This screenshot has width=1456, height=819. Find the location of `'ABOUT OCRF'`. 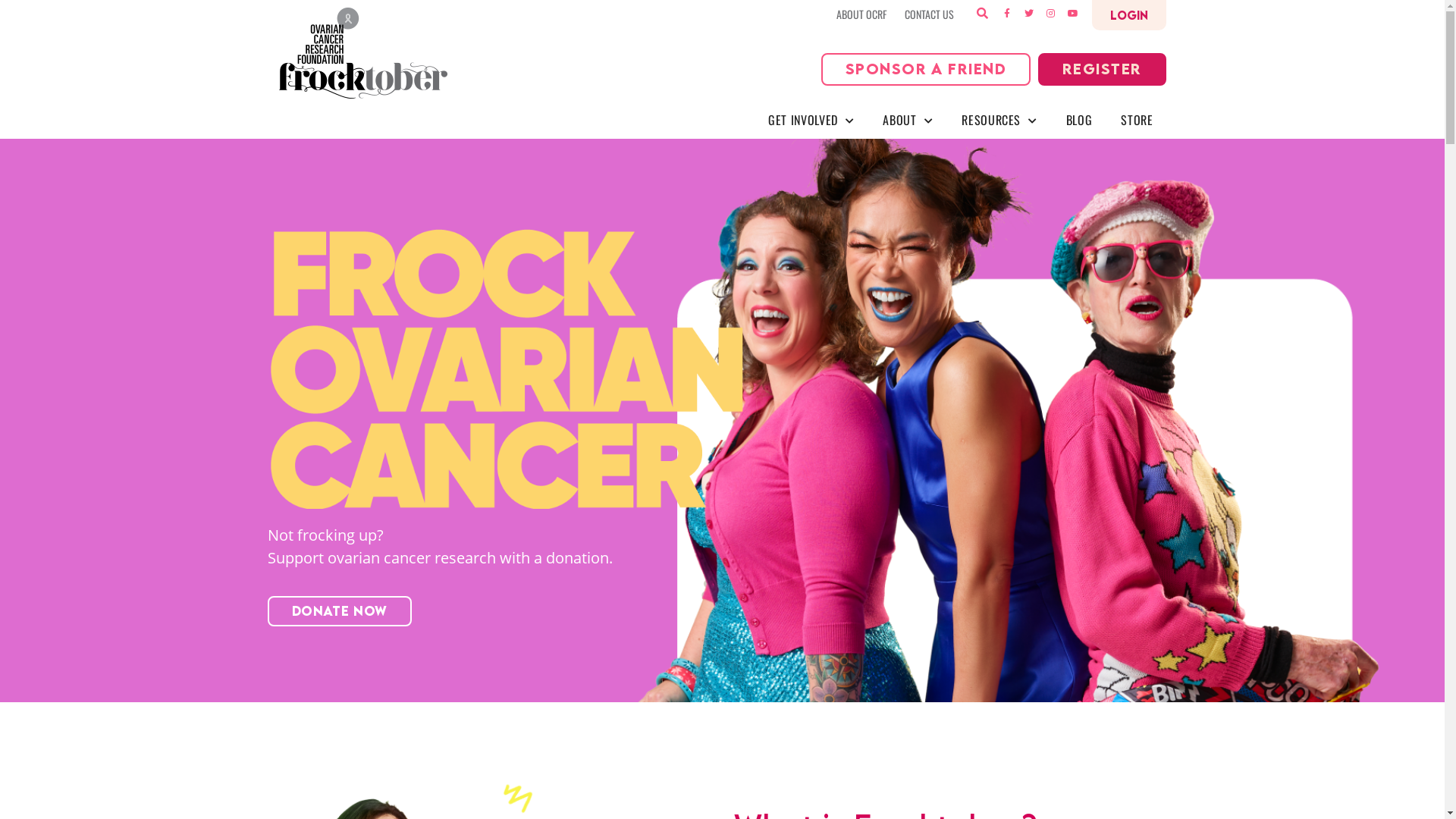

'ABOUT OCRF' is located at coordinates (835, 14).